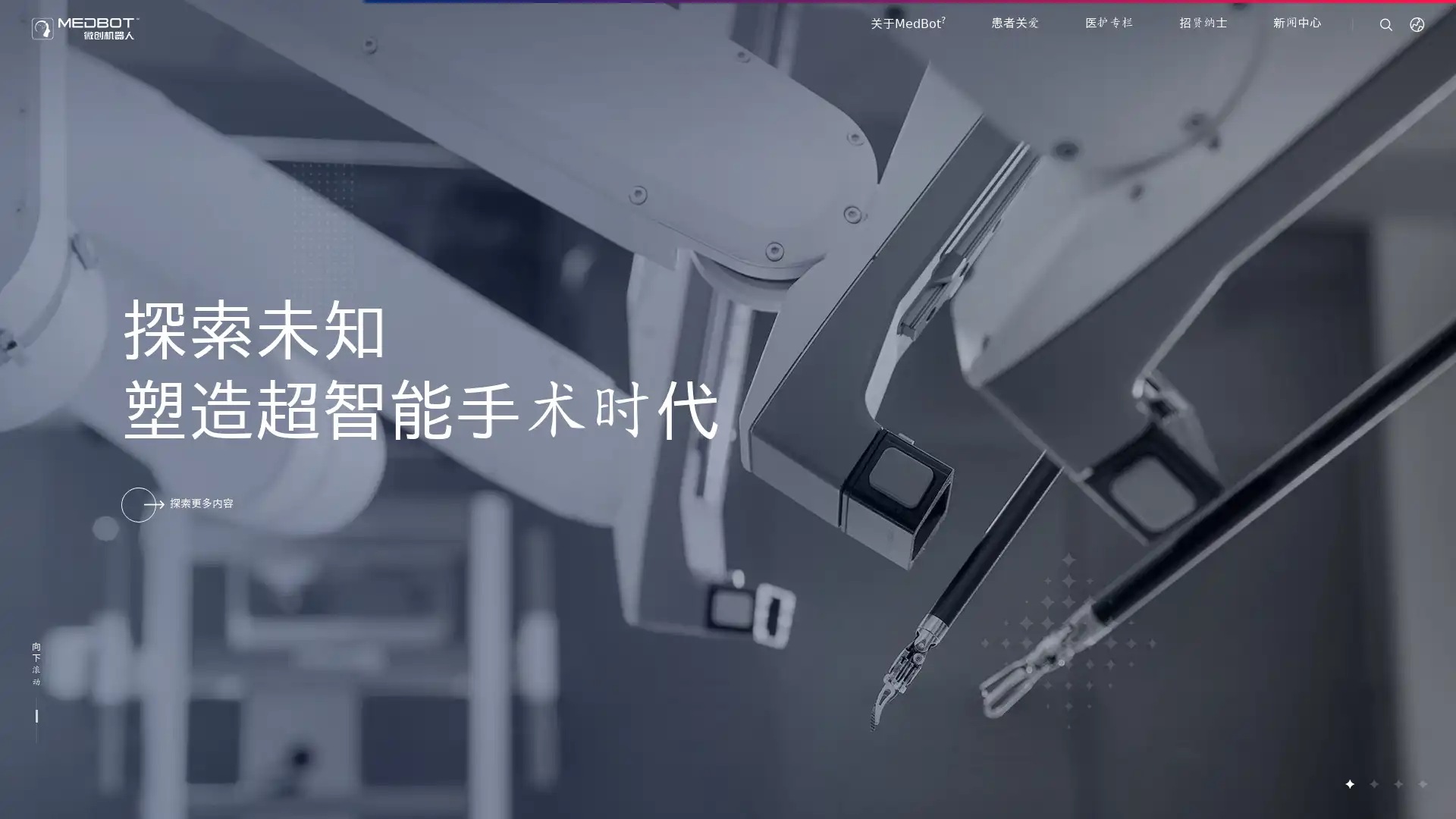 The width and height of the screenshot is (1456, 819). I want to click on Go to slide 1, so click(1349, 783).